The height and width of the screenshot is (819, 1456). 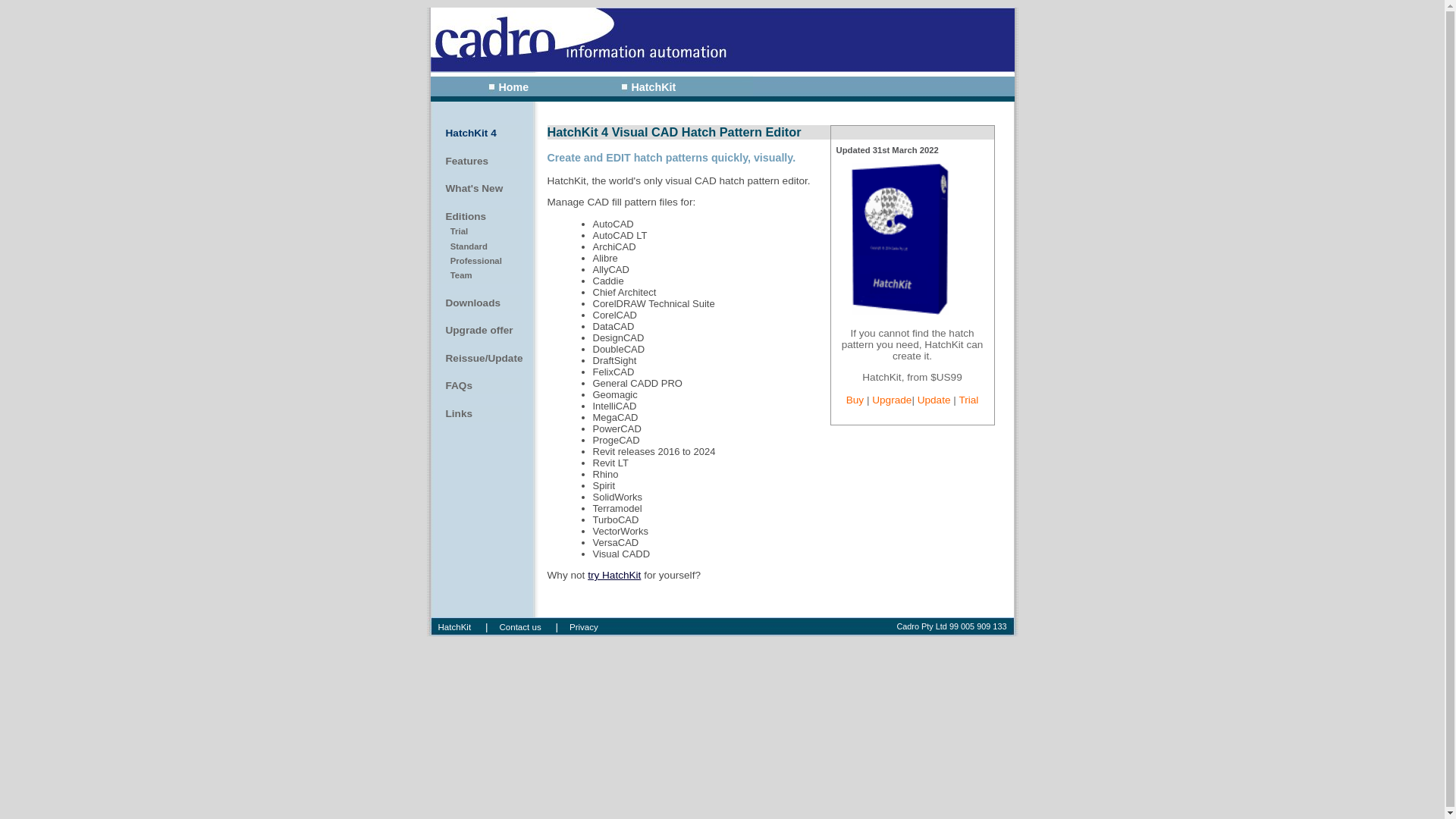 I want to click on '  Standard', so click(x=437, y=246).